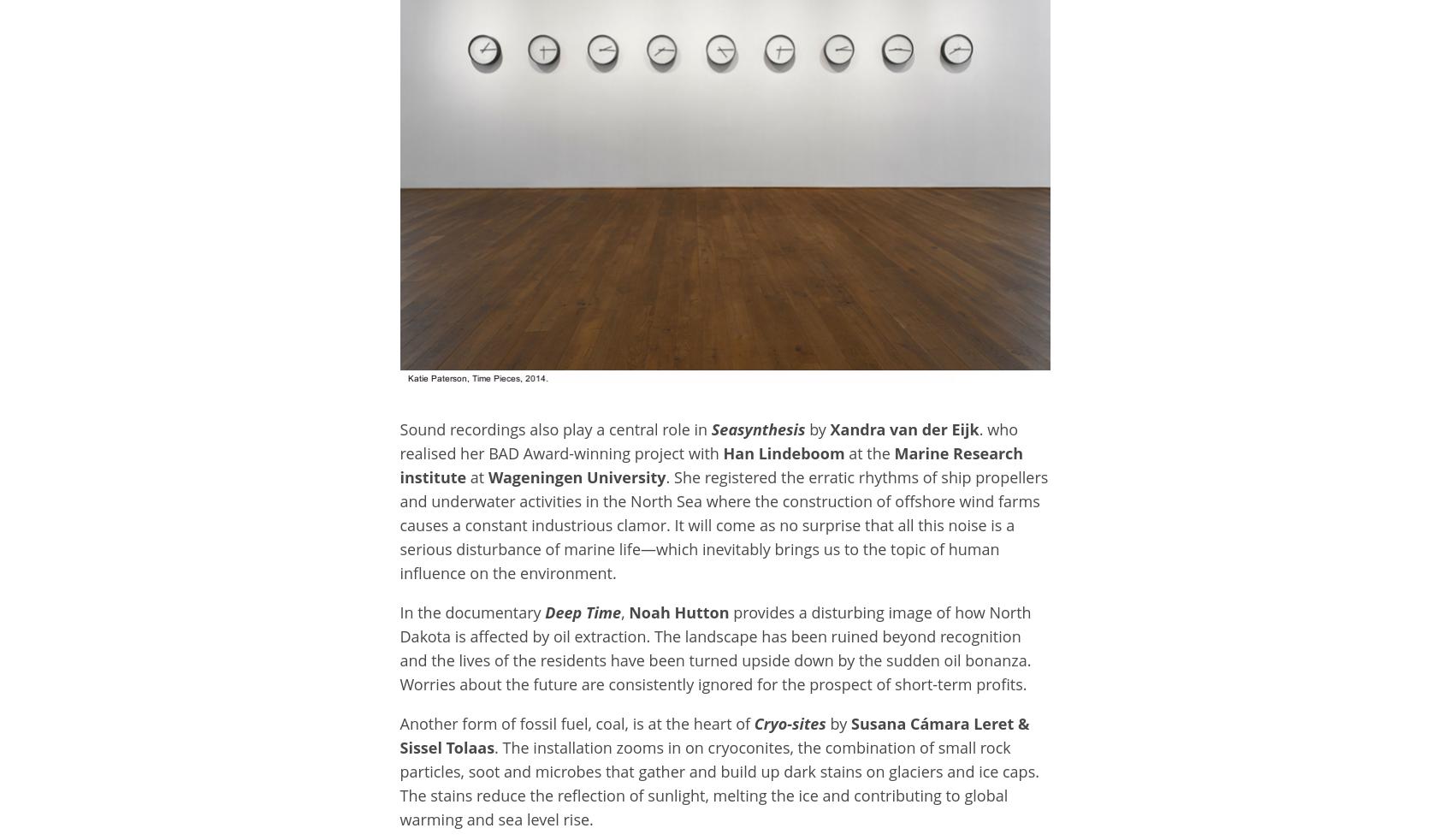 This screenshot has height=840, width=1450. Describe the element at coordinates (711, 464) in the screenshot. I see `'Marine Research institute'` at that location.